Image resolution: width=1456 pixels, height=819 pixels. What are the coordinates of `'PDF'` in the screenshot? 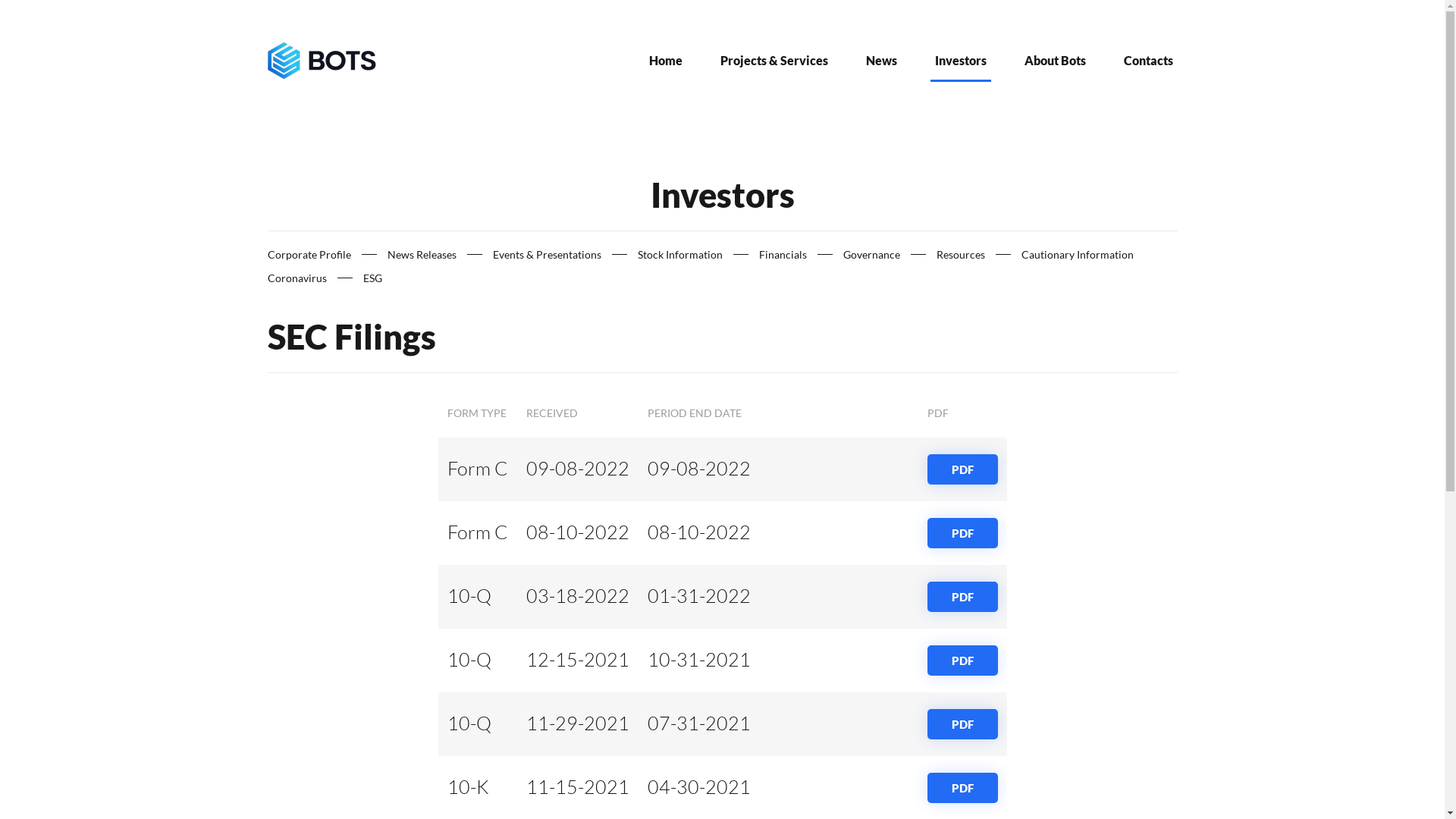 It's located at (961, 595).